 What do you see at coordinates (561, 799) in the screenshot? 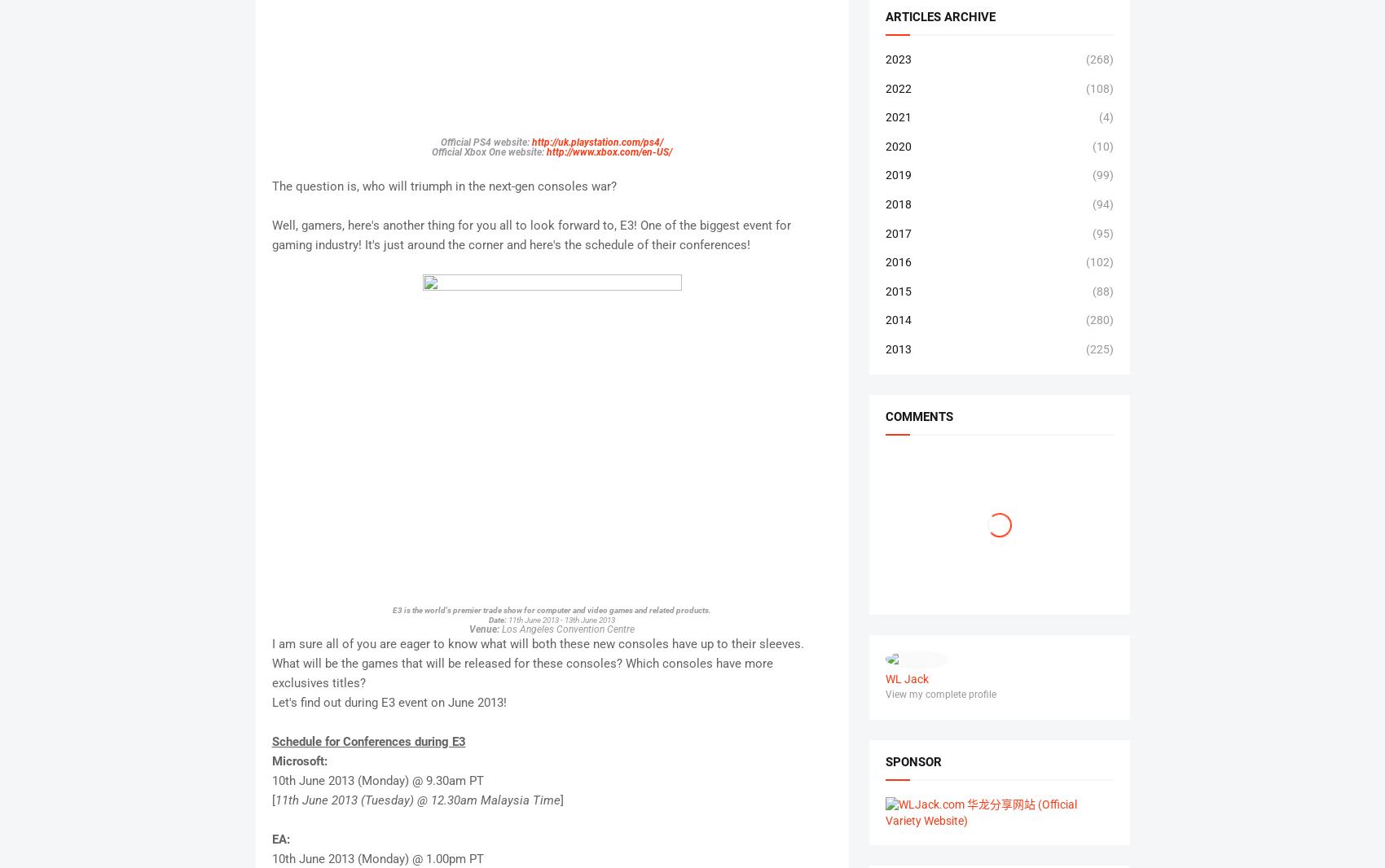
I see `']'` at bounding box center [561, 799].